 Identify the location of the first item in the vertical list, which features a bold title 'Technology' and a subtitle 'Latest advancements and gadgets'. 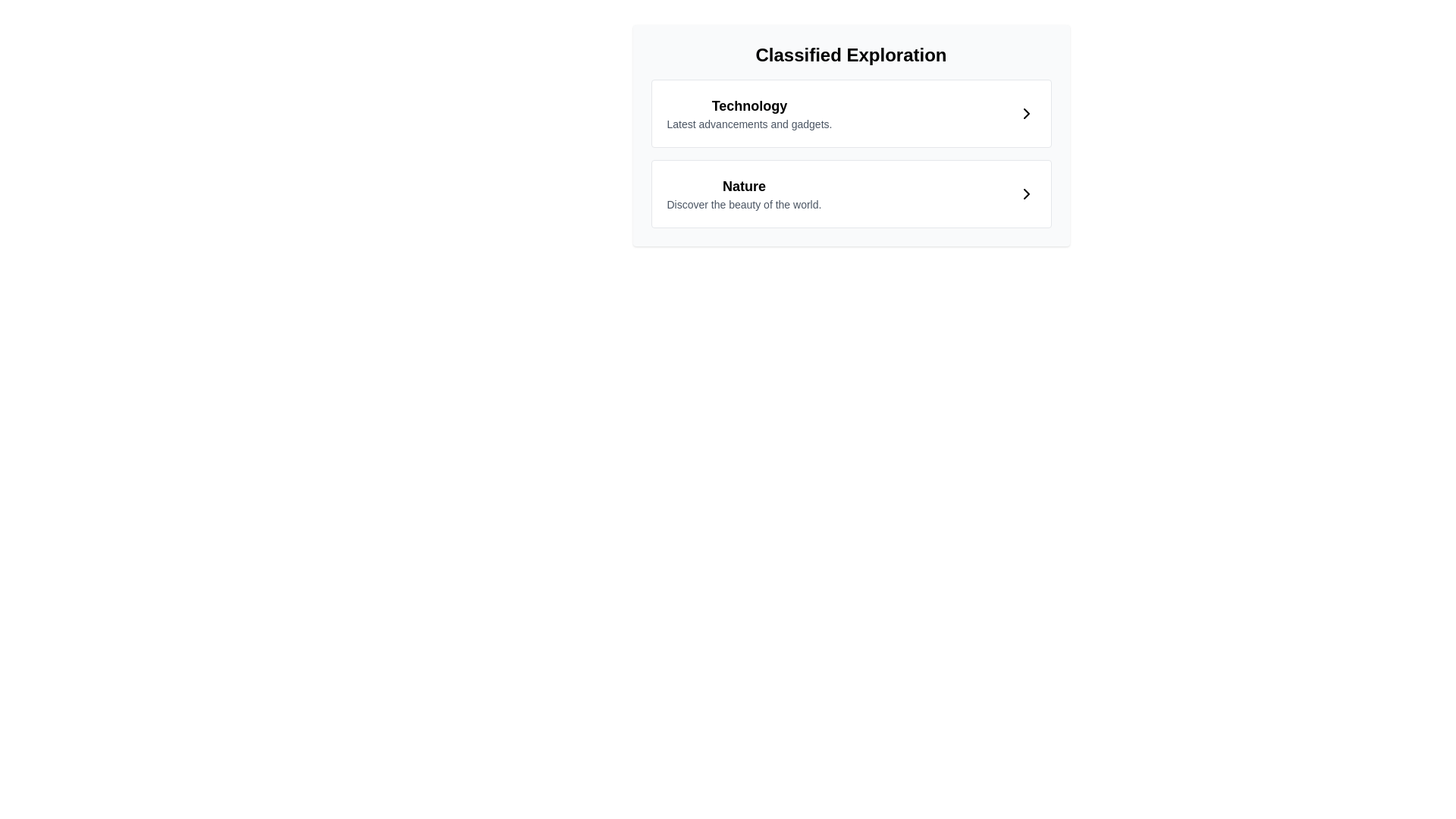
(749, 113).